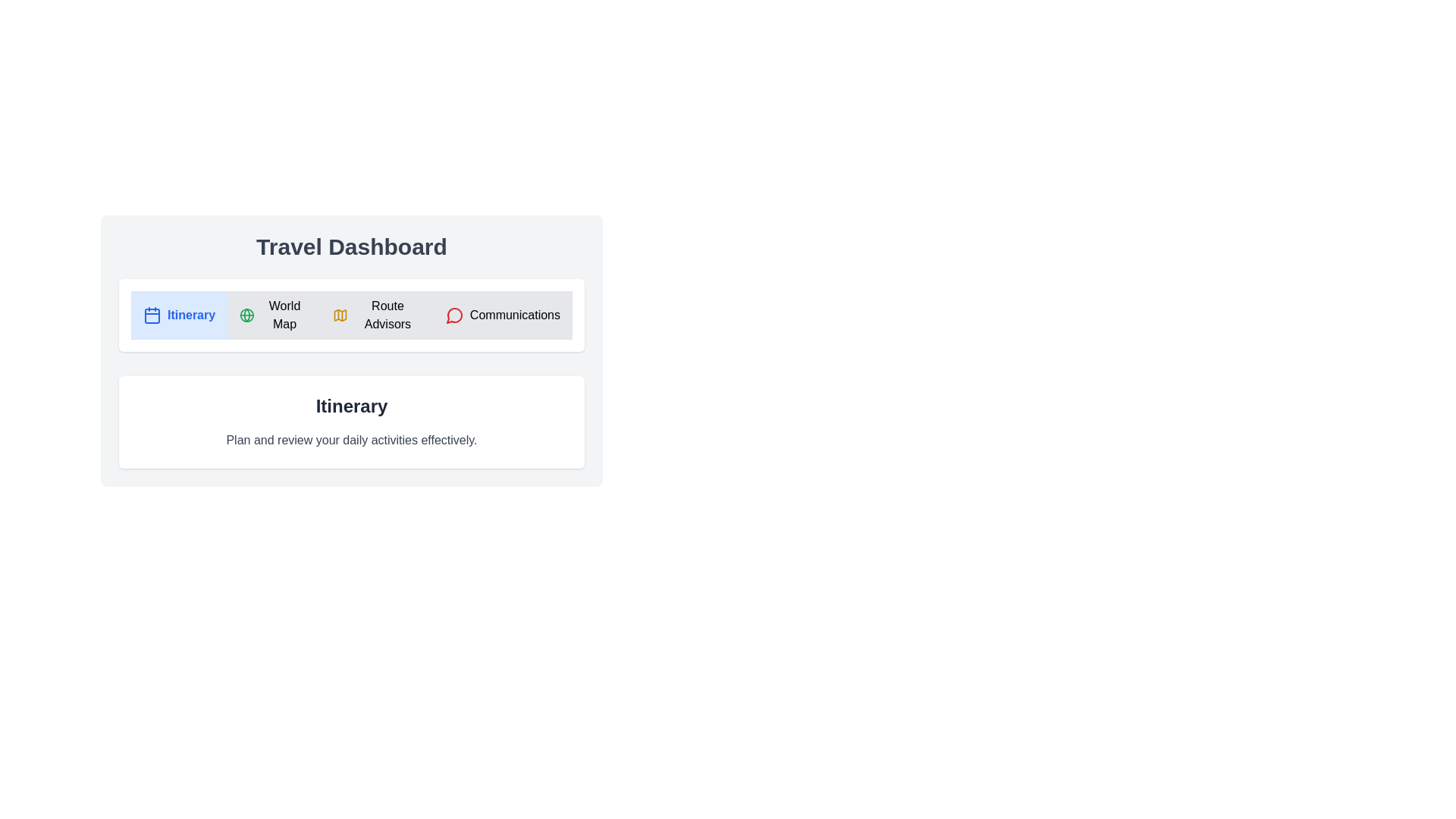 The width and height of the screenshot is (1456, 819). Describe the element at coordinates (273, 315) in the screenshot. I see `the tab titled World Map to switch to it` at that location.